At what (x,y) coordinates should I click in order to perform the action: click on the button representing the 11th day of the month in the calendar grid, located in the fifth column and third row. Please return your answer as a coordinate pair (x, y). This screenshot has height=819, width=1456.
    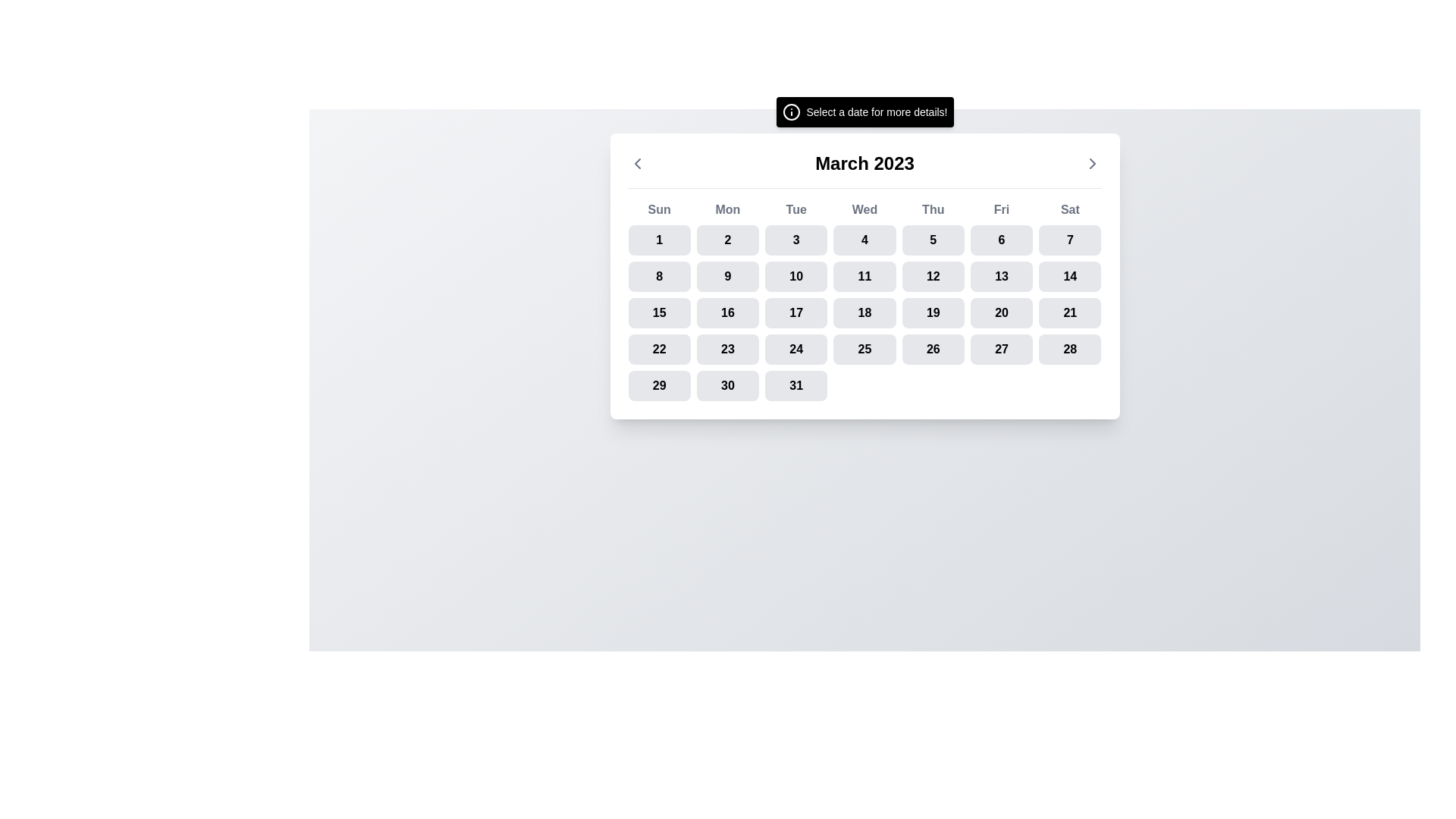
    Looking at the image, I should click on (864, 277).